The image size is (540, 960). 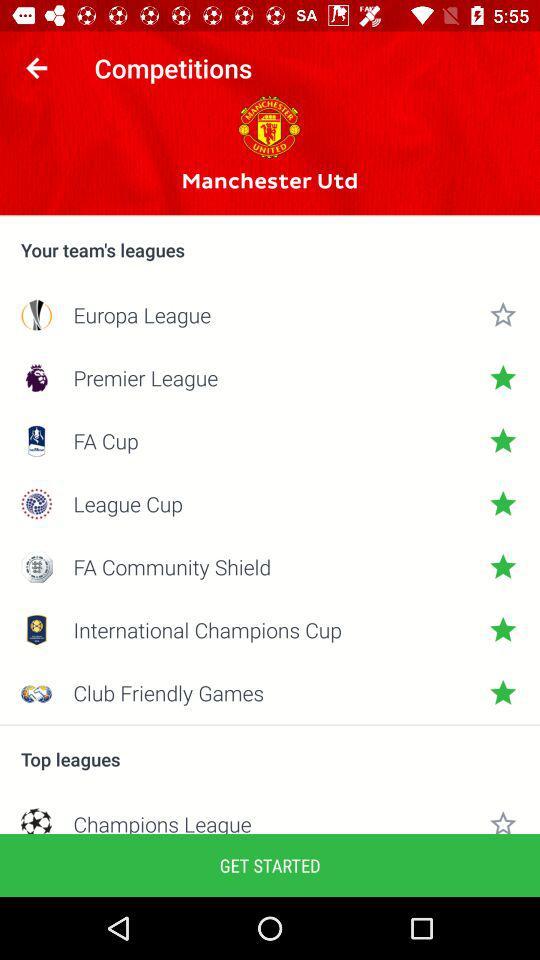 I want to click on the fa cup item, so click(x=270, y=441).